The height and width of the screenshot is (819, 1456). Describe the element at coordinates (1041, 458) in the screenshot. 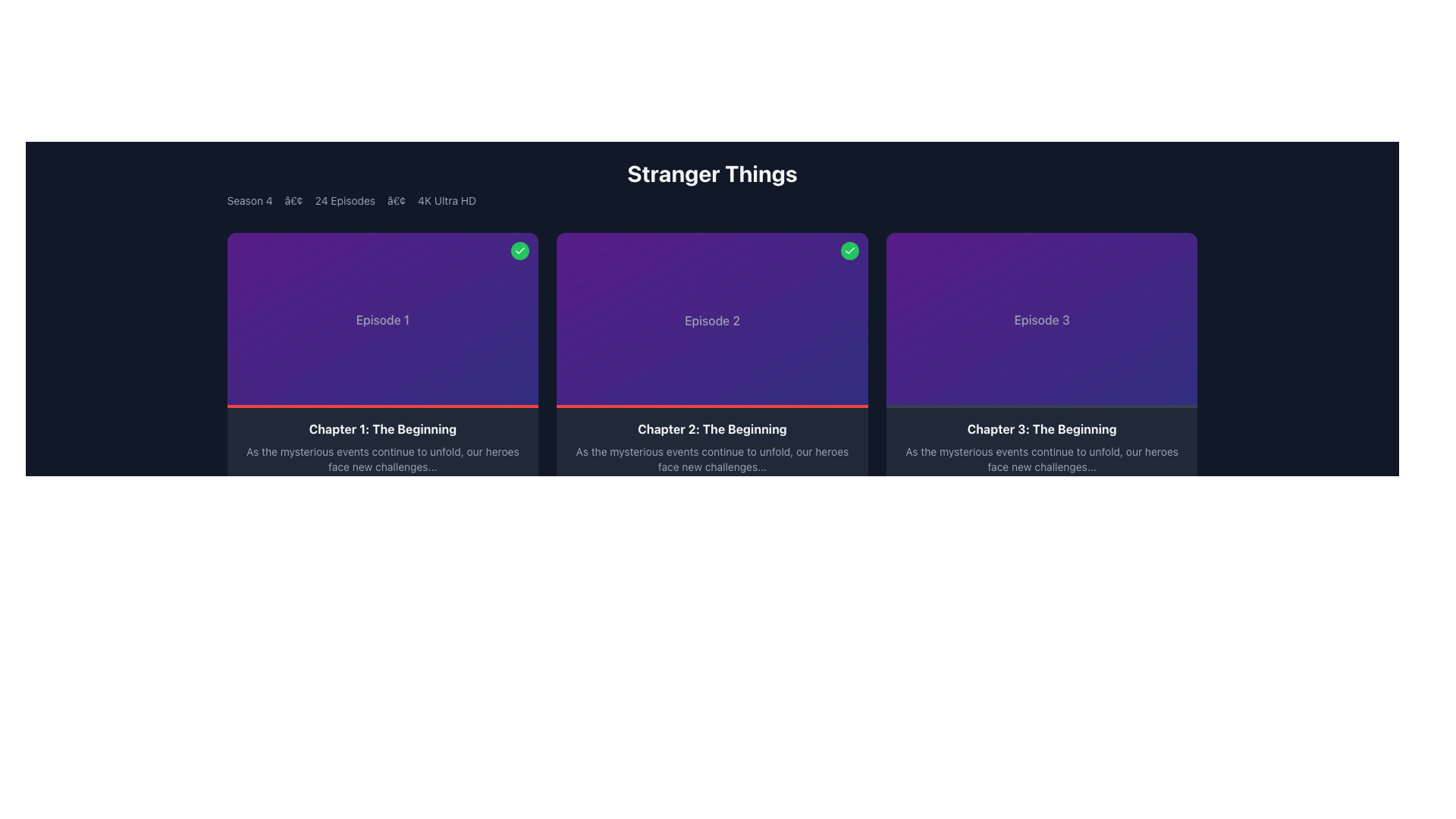

I see `static text component located in the third column of the card layout, positioned below the title 'Chapter 3: The Beginning' and above the runtime indicator '48min' for content insight` at that location.